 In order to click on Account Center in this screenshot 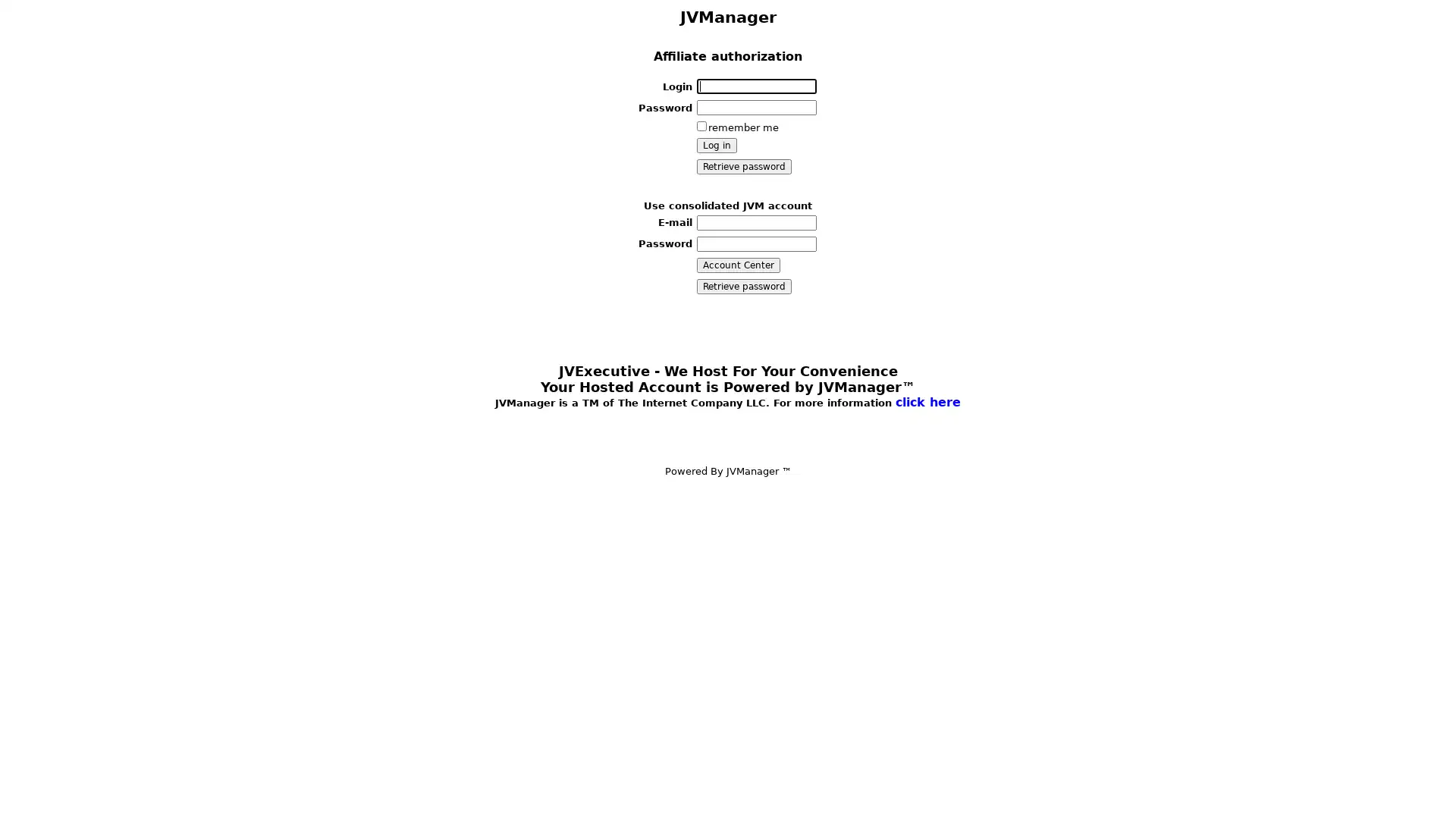, I will do `click(738, 263)`.